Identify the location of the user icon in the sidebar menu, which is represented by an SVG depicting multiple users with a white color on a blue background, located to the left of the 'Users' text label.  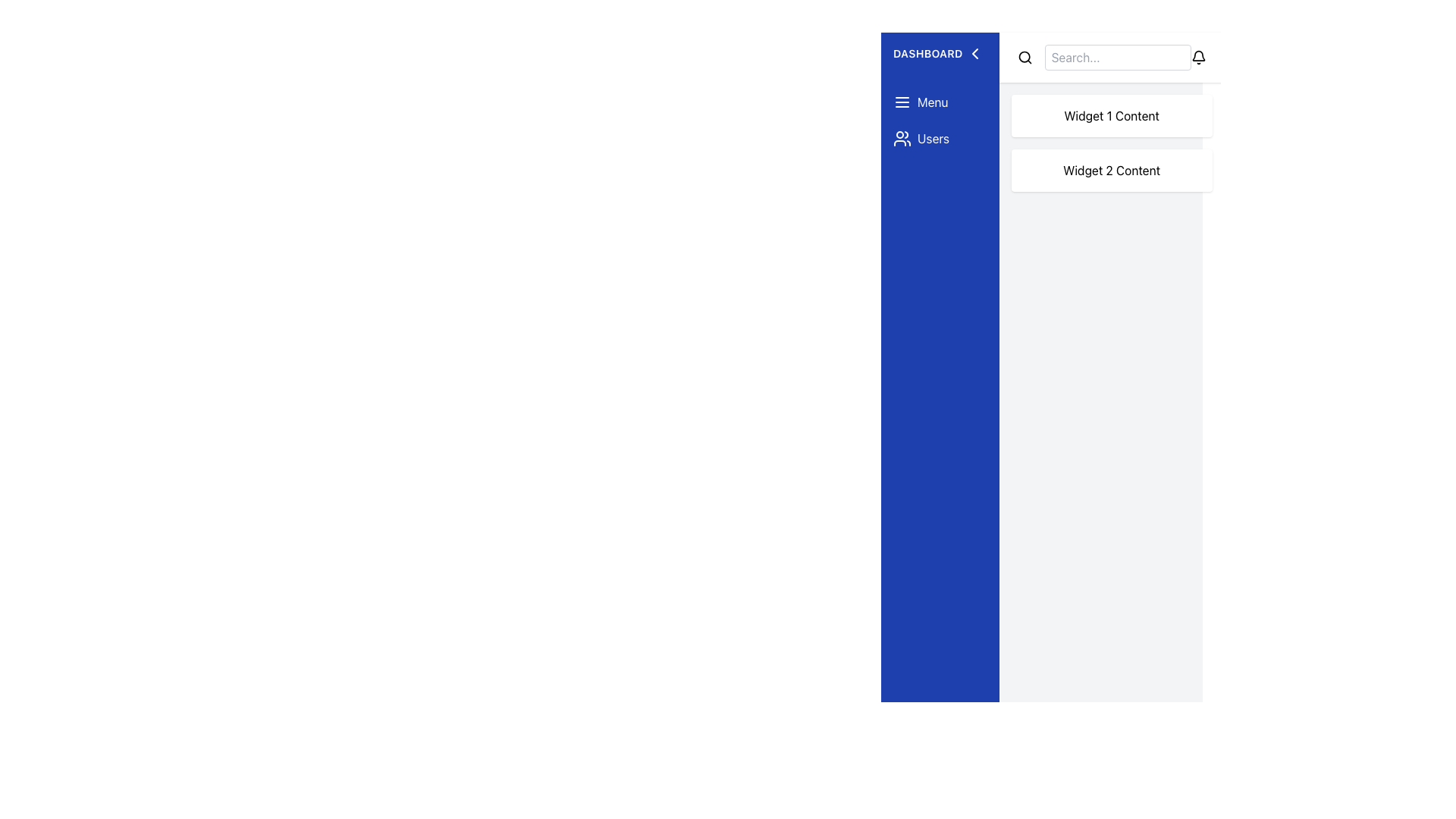
(902, 138).